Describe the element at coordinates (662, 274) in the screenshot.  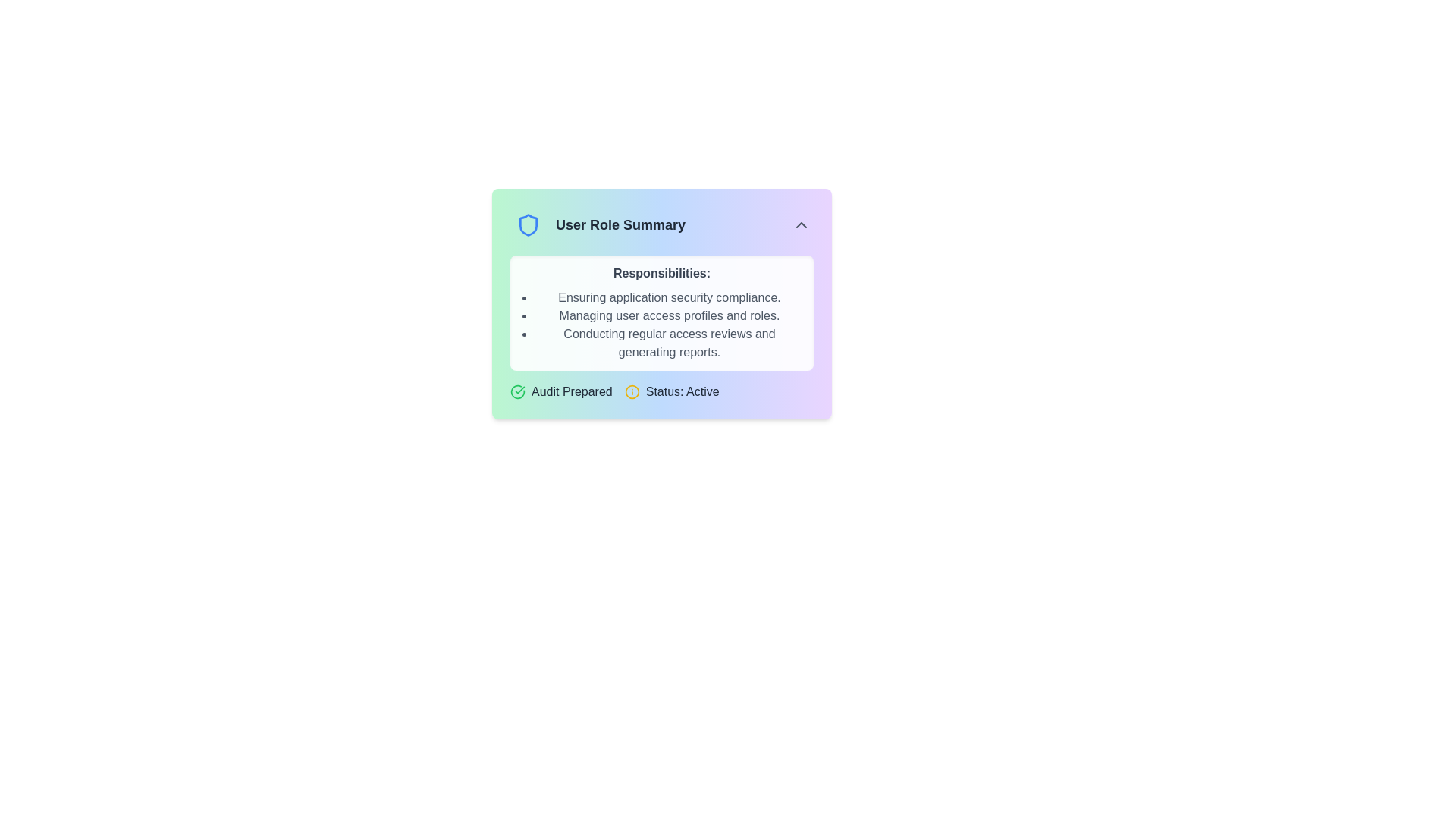
I see `the text label that displays 'Responsibilities:' in bold gray font, located at the top center of the panel introducing a list of job responsibilities` at that location.